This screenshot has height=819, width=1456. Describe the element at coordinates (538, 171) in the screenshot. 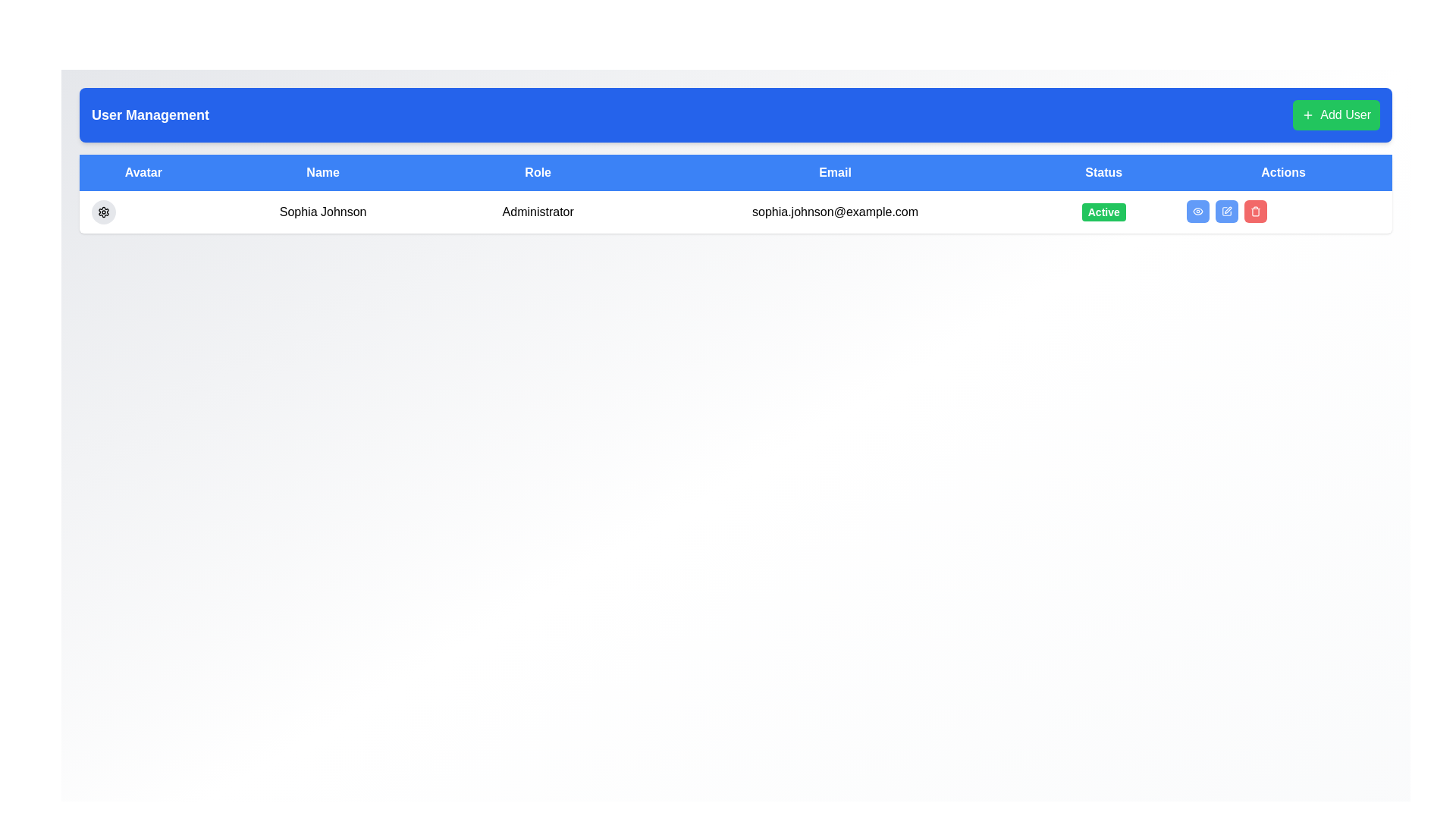

I see `the Text label displaying 'Role', which is styled in white on a blue background and is the third column in the header row of the table` at that location.